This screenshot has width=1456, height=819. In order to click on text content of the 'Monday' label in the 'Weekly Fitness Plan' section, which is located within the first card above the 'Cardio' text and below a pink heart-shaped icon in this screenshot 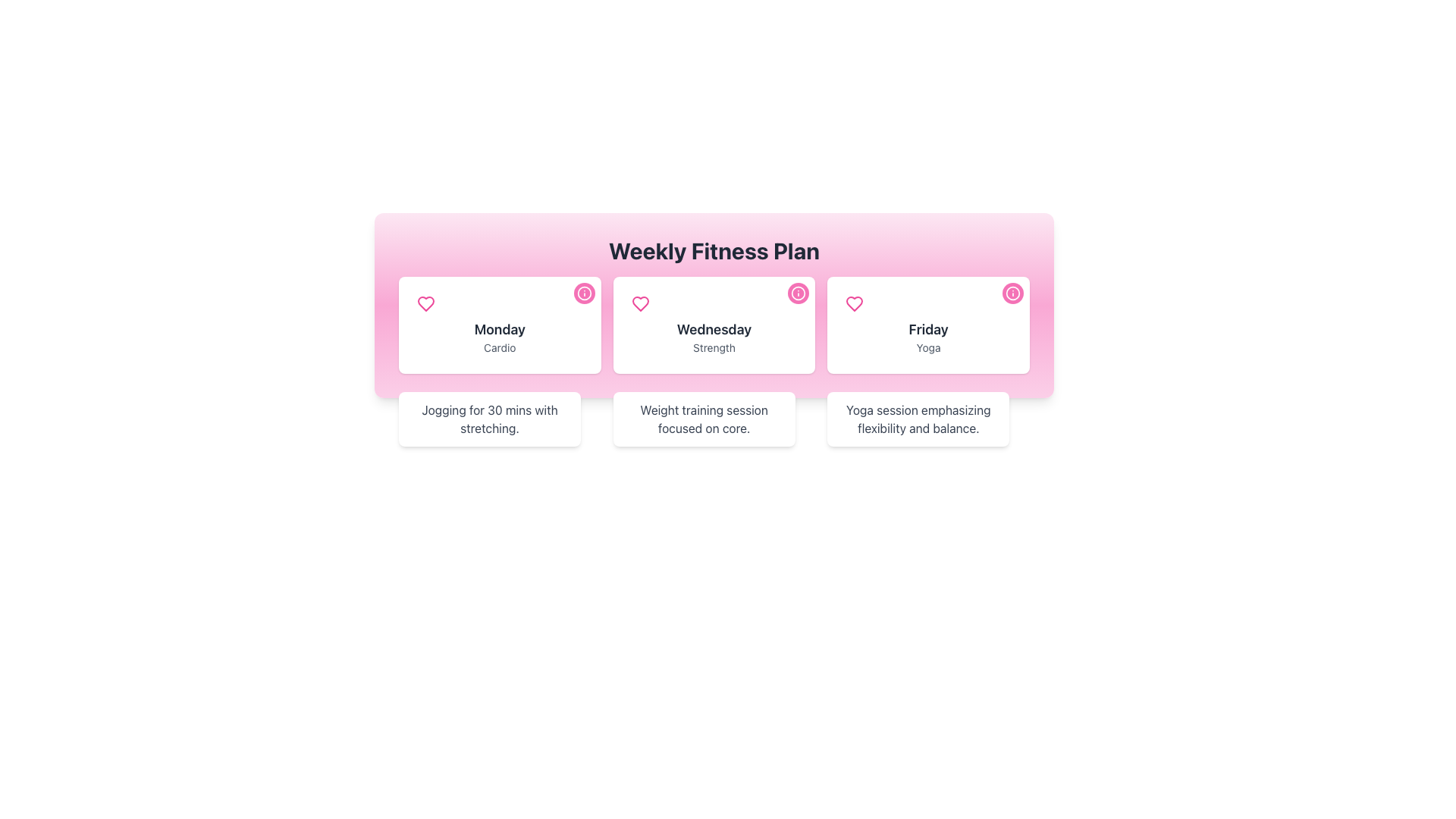, I will do `click(500, 329)`.